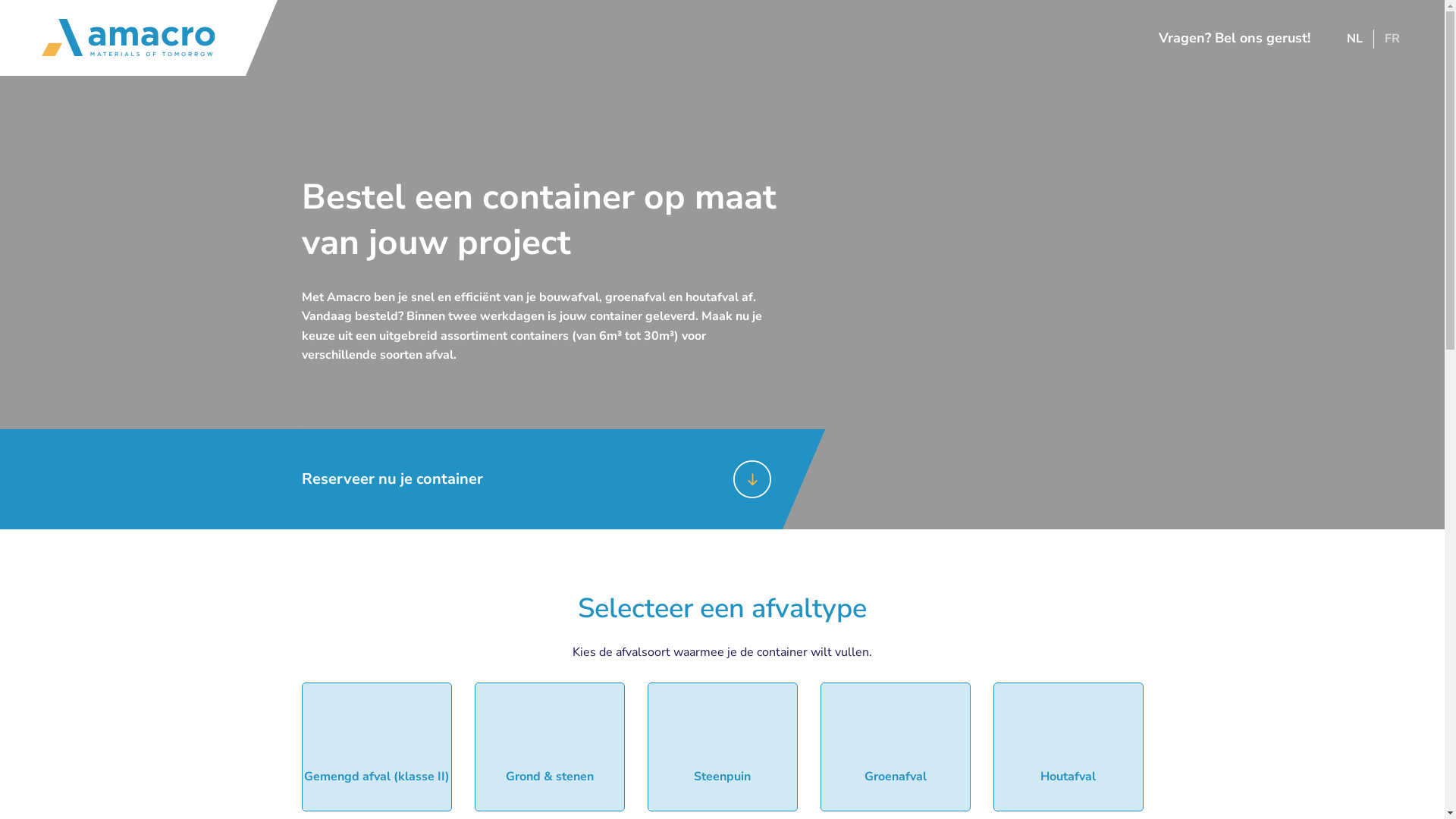 The height and width of the screenshot is (819, 1456). Describe the element at coordinates (302, 479) in the screenshot. I see `'Reserveer nu je container'` at that location.